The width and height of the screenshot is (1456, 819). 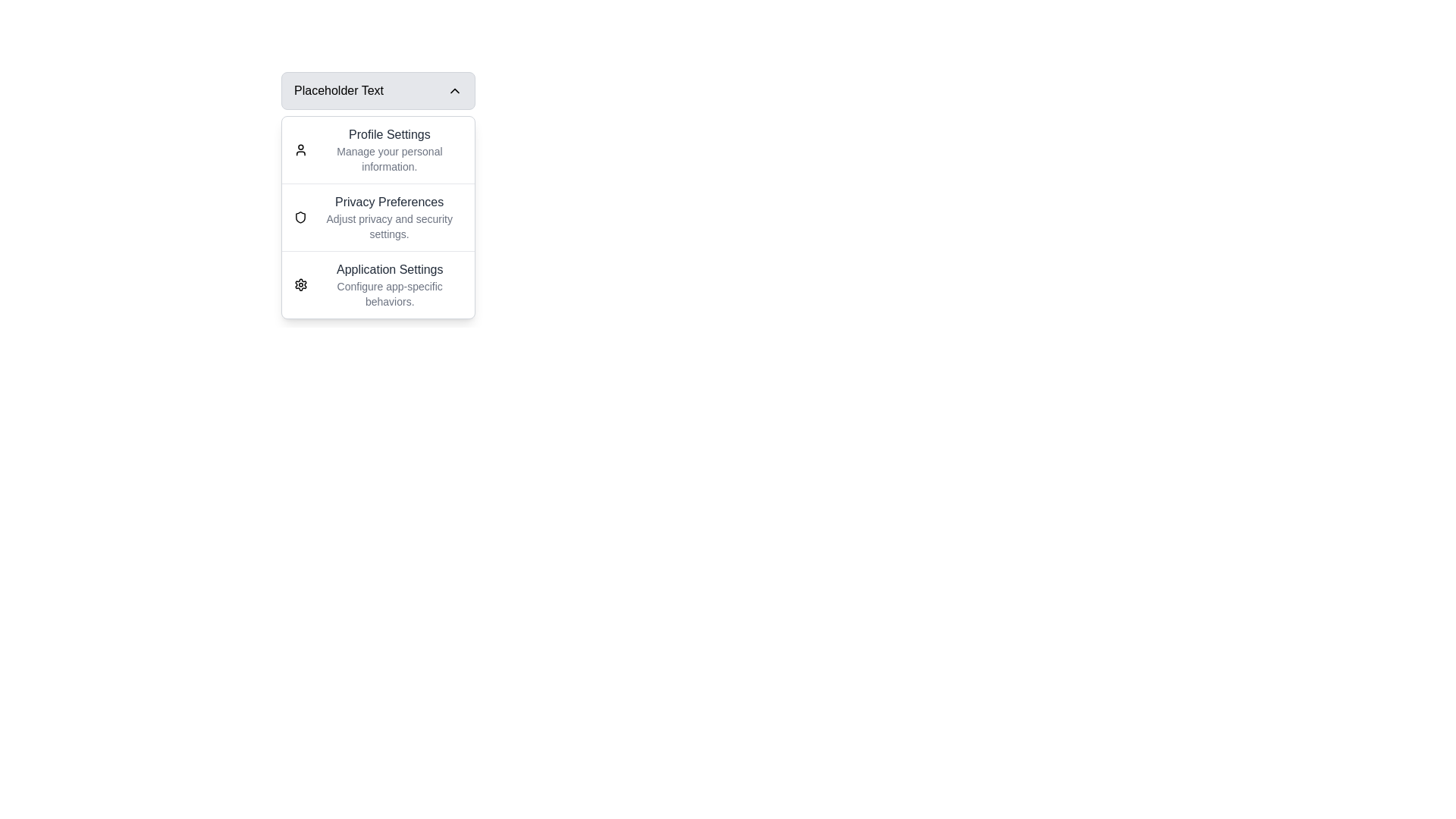 I want to click on the 'Application Settings' menu item located in the bottommost row of the dropdown menu, positioned below 'Privacy Preferences', so click(x=390, y=284).